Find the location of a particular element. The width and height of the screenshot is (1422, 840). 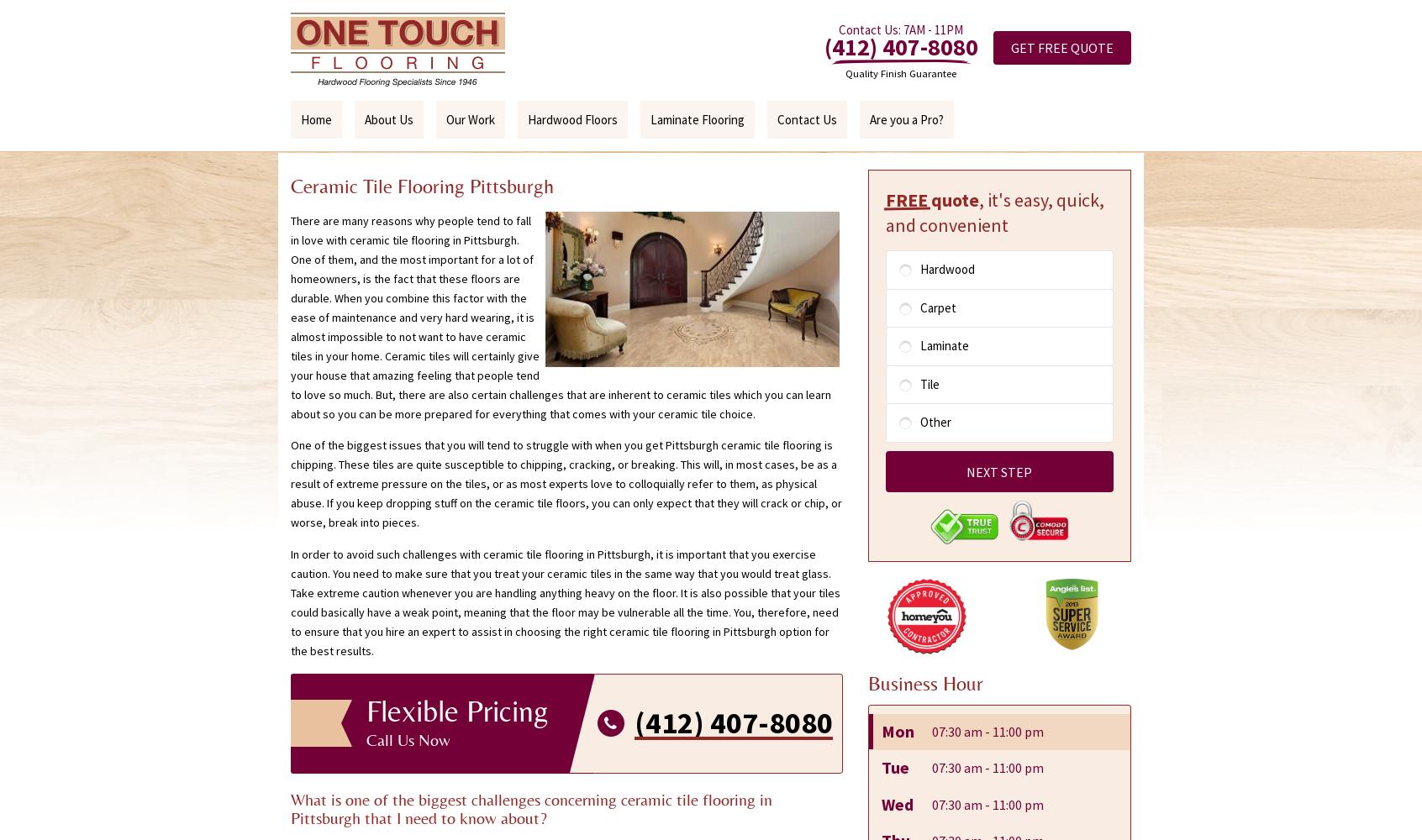

'There are many reasons why people tend to fall in love with ceramic tile flooring in Pittsburgh. One of them, and the most important for a lot of homeowners, is the fact that these floors are durable. When you combine this factor with the ease of maintenance and very hard wearing, it is almost impossible to not want to have ceramic tiles in your home. Ceramic tiles will certainly give your house that amazing feeling that people tend to love so much. But, there are also certain challenges that are inherent to ceramic tiles which you can learn about so you can be more prepared for everything that comes with your ceramic tile choice.' is located at coordinates (561, 317).